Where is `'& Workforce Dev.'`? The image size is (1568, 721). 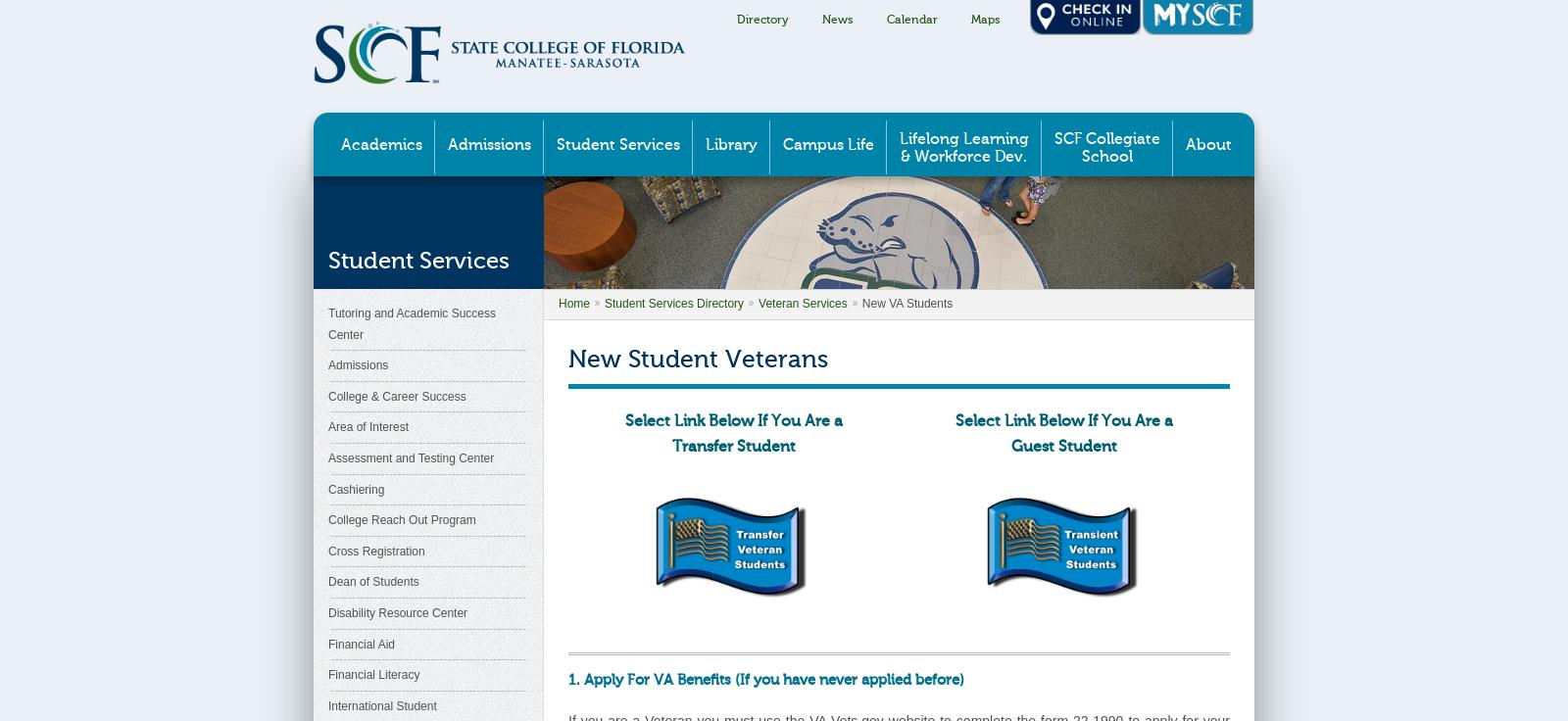 '& Workforce Dev.' is located at coordinates (962, 157).